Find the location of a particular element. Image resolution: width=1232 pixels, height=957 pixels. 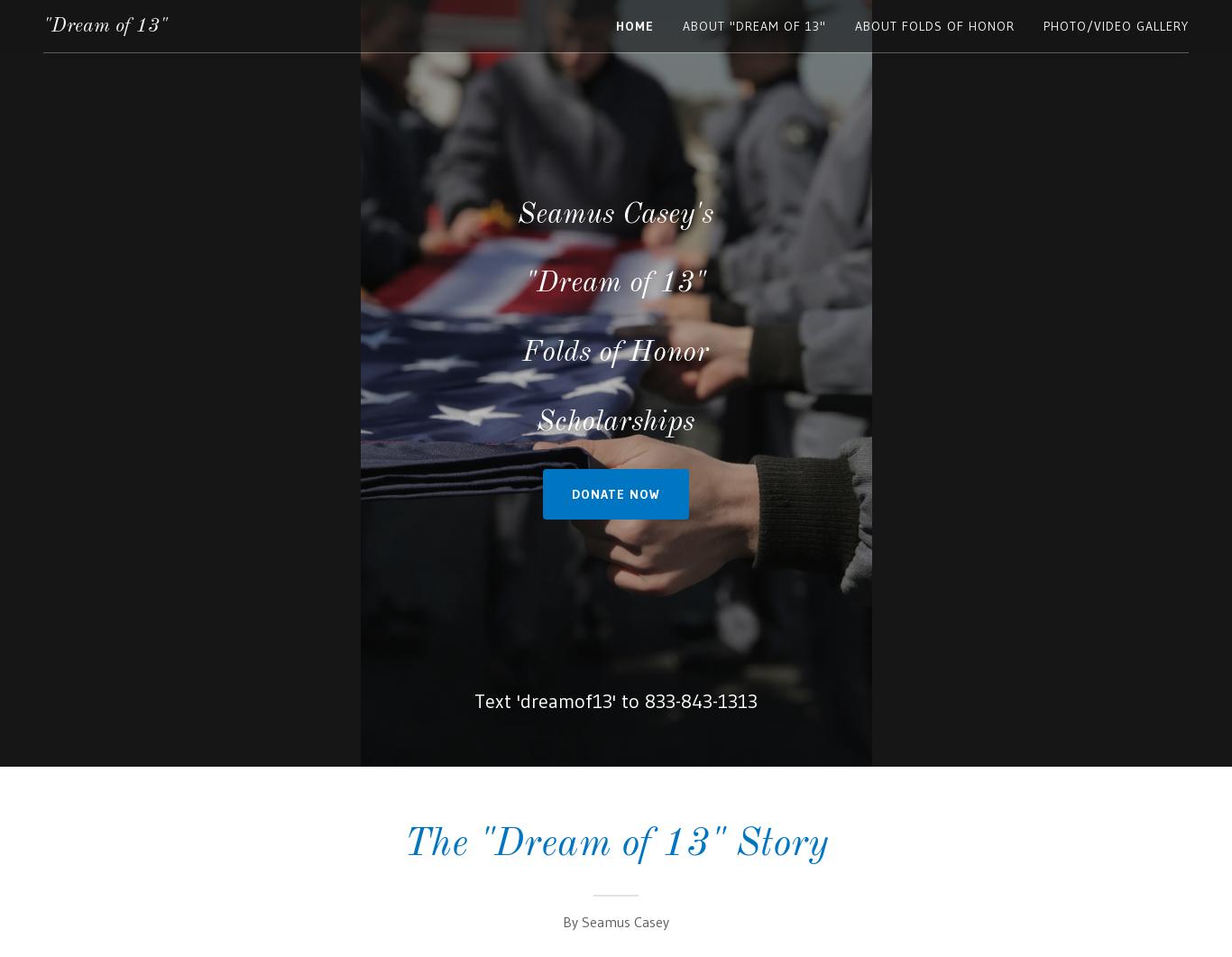

'About Folds of Honor' is located at coordinates (933, 25).